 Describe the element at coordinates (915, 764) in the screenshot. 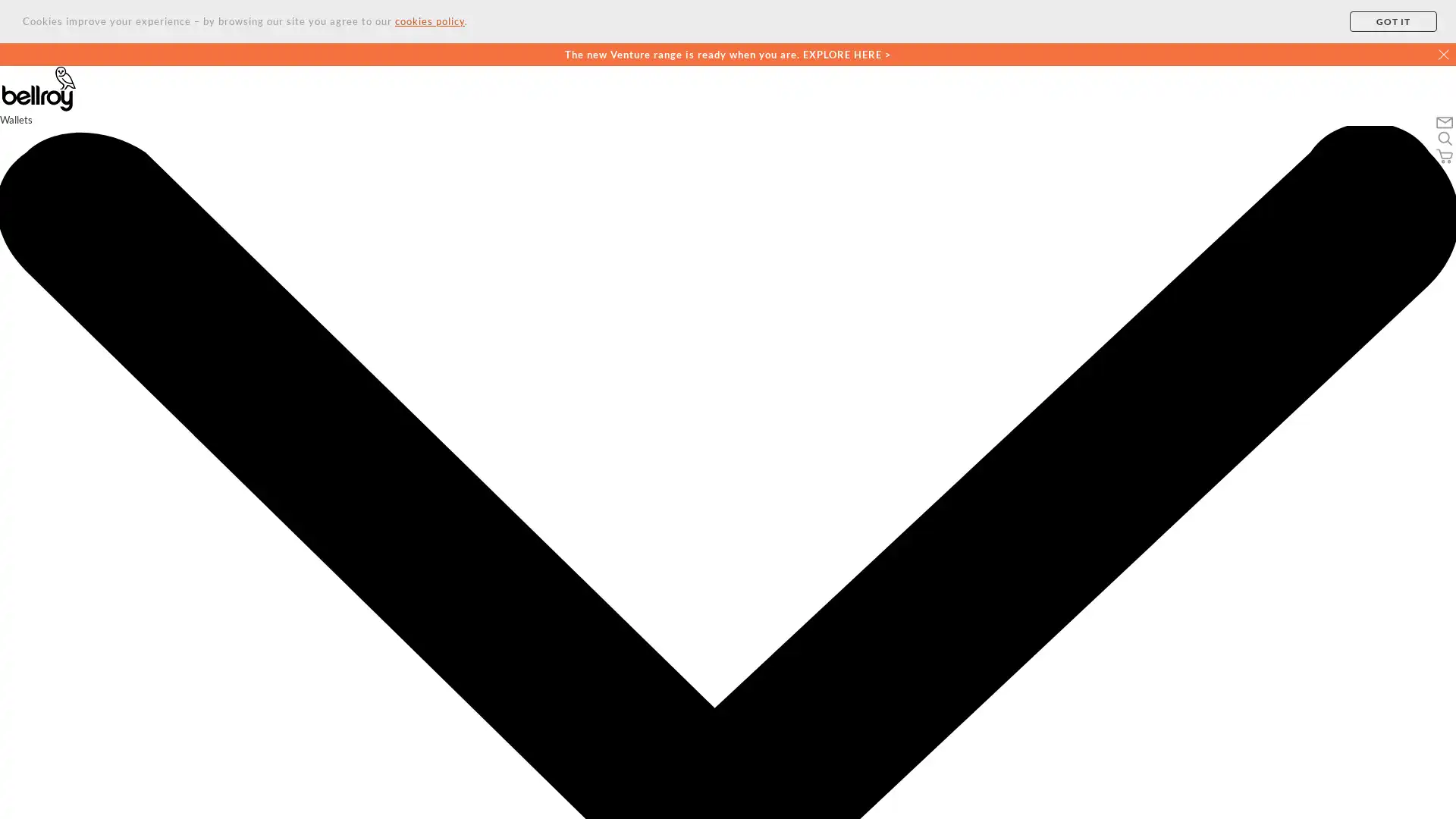

I see `SUBMIT` at that location.